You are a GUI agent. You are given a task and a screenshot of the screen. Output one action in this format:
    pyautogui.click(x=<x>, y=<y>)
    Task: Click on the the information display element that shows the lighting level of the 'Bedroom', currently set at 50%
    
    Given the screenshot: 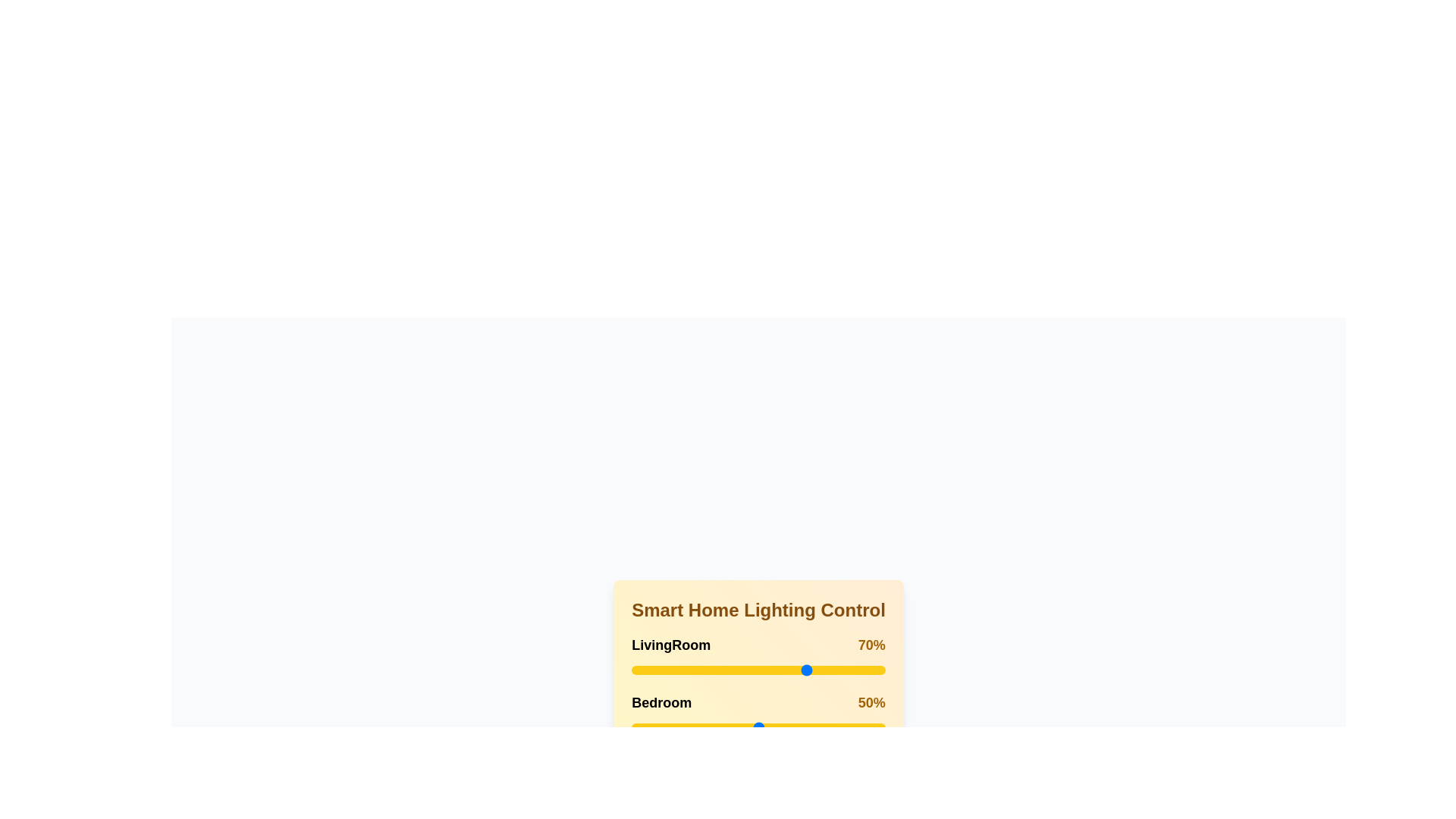 What is the action you would take?
    pyautogui.click(x=758, y=702)
    